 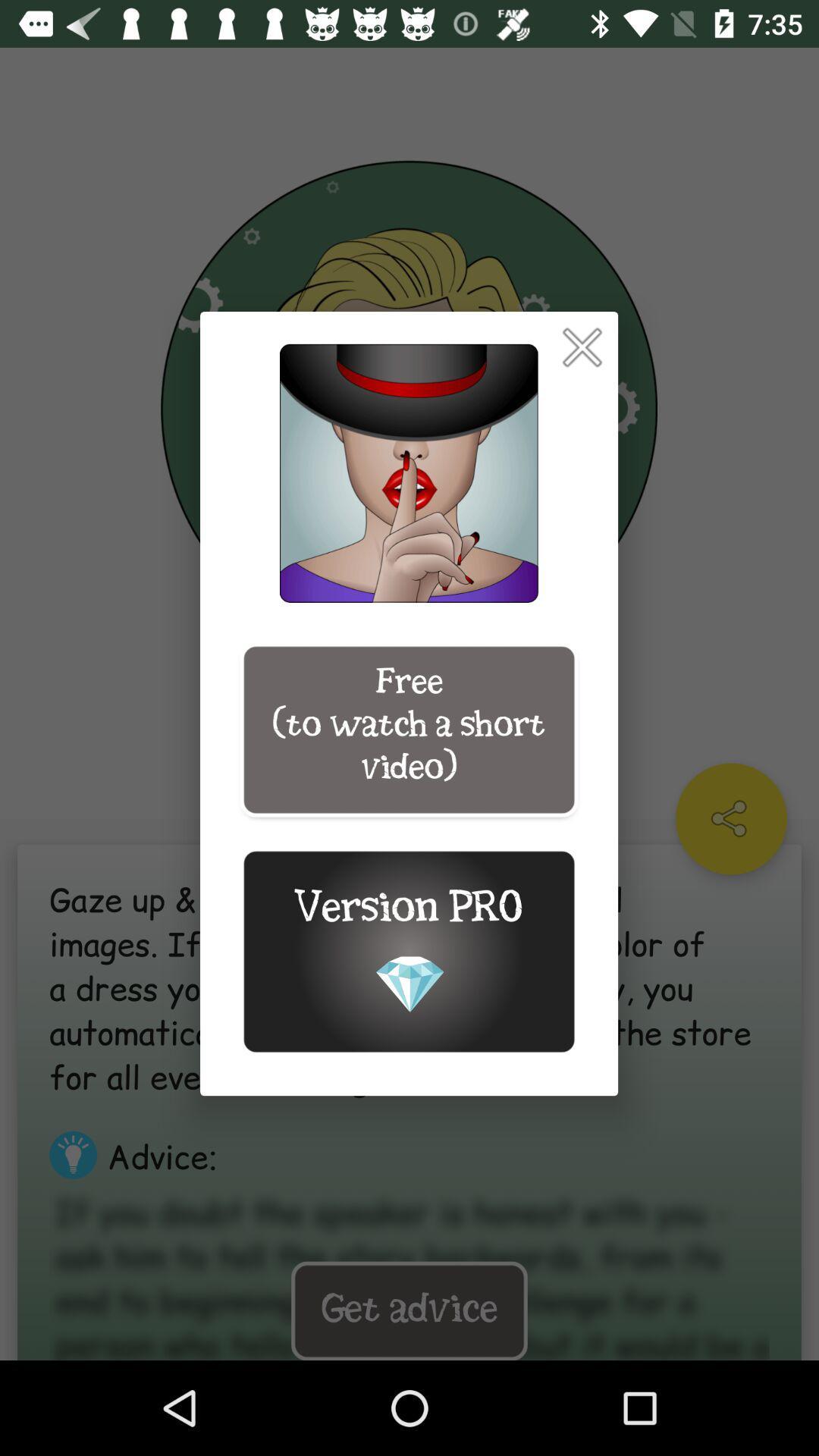 I want to click on version pro, so click(x=408, y=951).